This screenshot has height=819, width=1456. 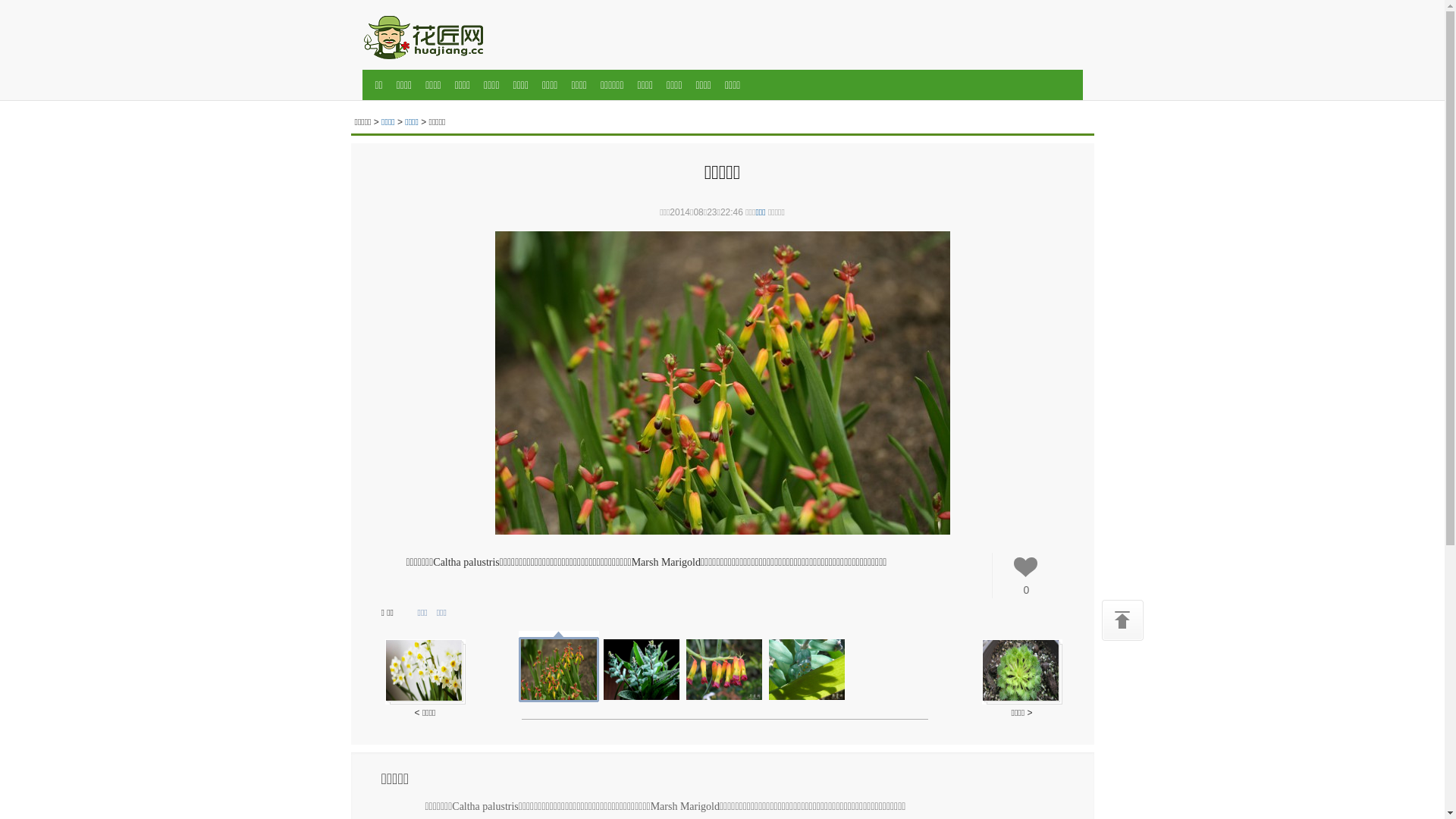 What do you see at coordinates (1026, 579) in the screenshot?
I see `'0'` at bounding box center [1026, 579].